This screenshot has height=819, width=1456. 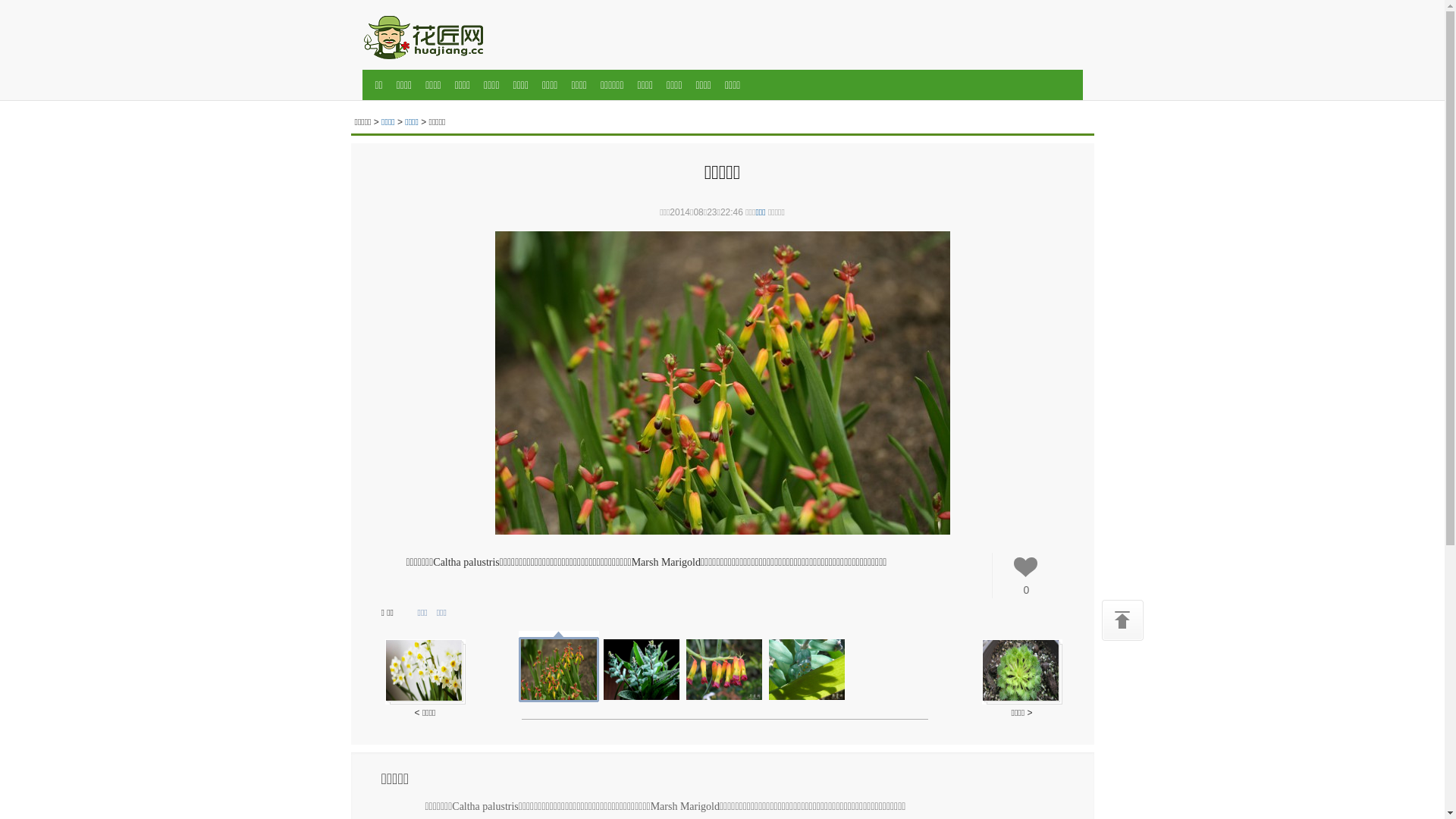 What do you see at coordinates (1026, 579) in the screenshot?
I see `'0'` at bounding box center [1026, 579].